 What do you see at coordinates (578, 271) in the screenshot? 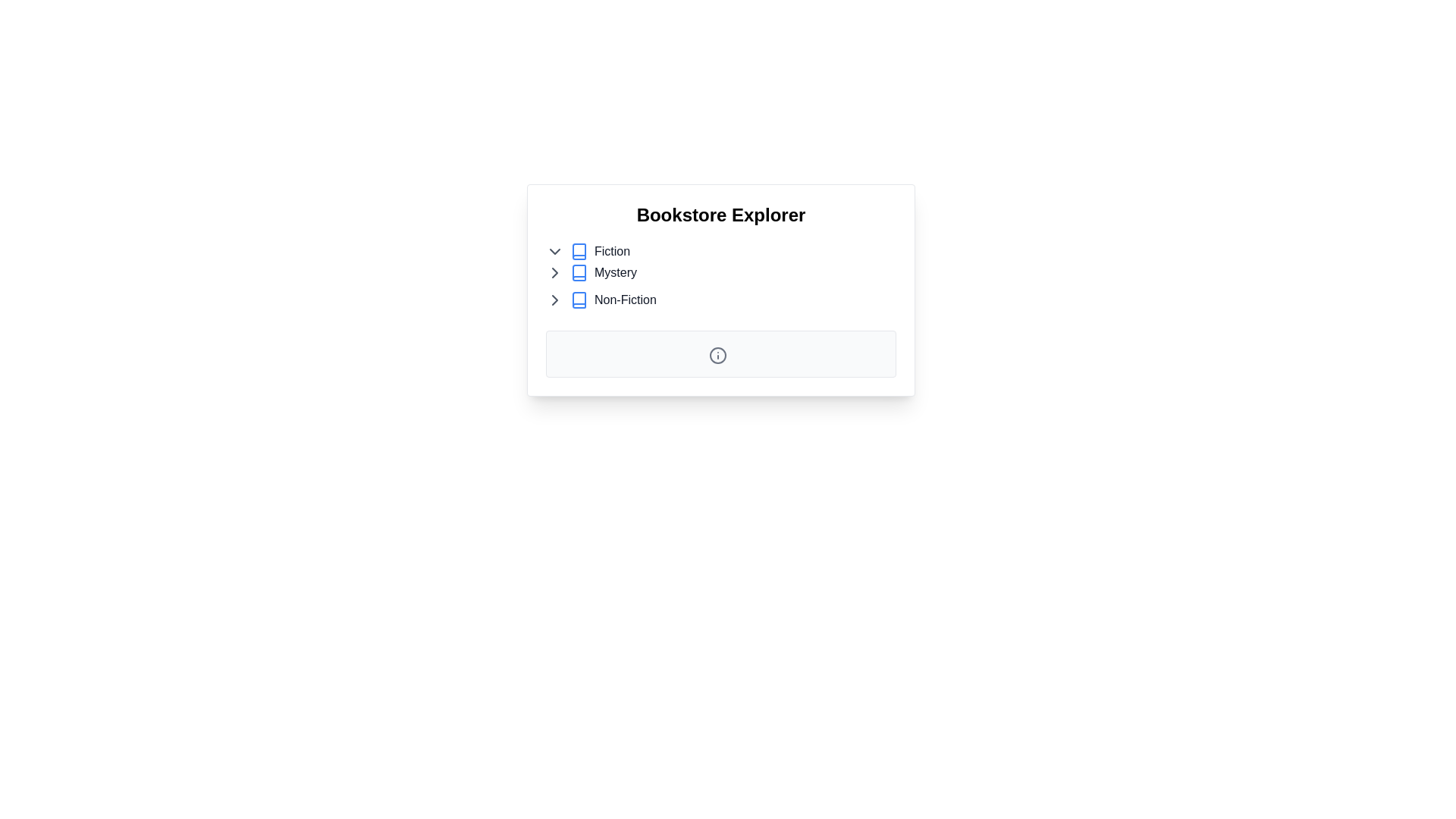
I see `the blue outlined book icon located below the 'Fiction' icon and above the 'Non-Fiction' icon in the vertical list` at bounding box center [578, 271].